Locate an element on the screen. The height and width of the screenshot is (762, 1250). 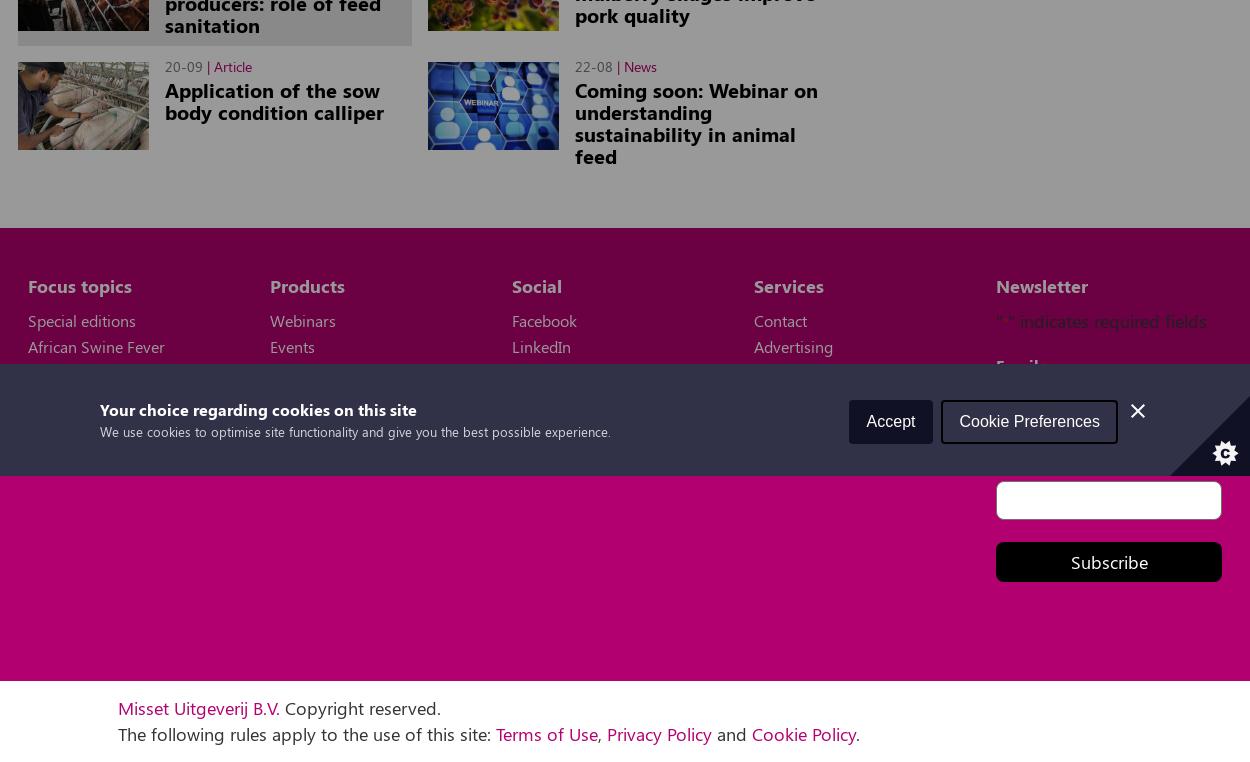
'Products' is located at coordinates (307, 284).